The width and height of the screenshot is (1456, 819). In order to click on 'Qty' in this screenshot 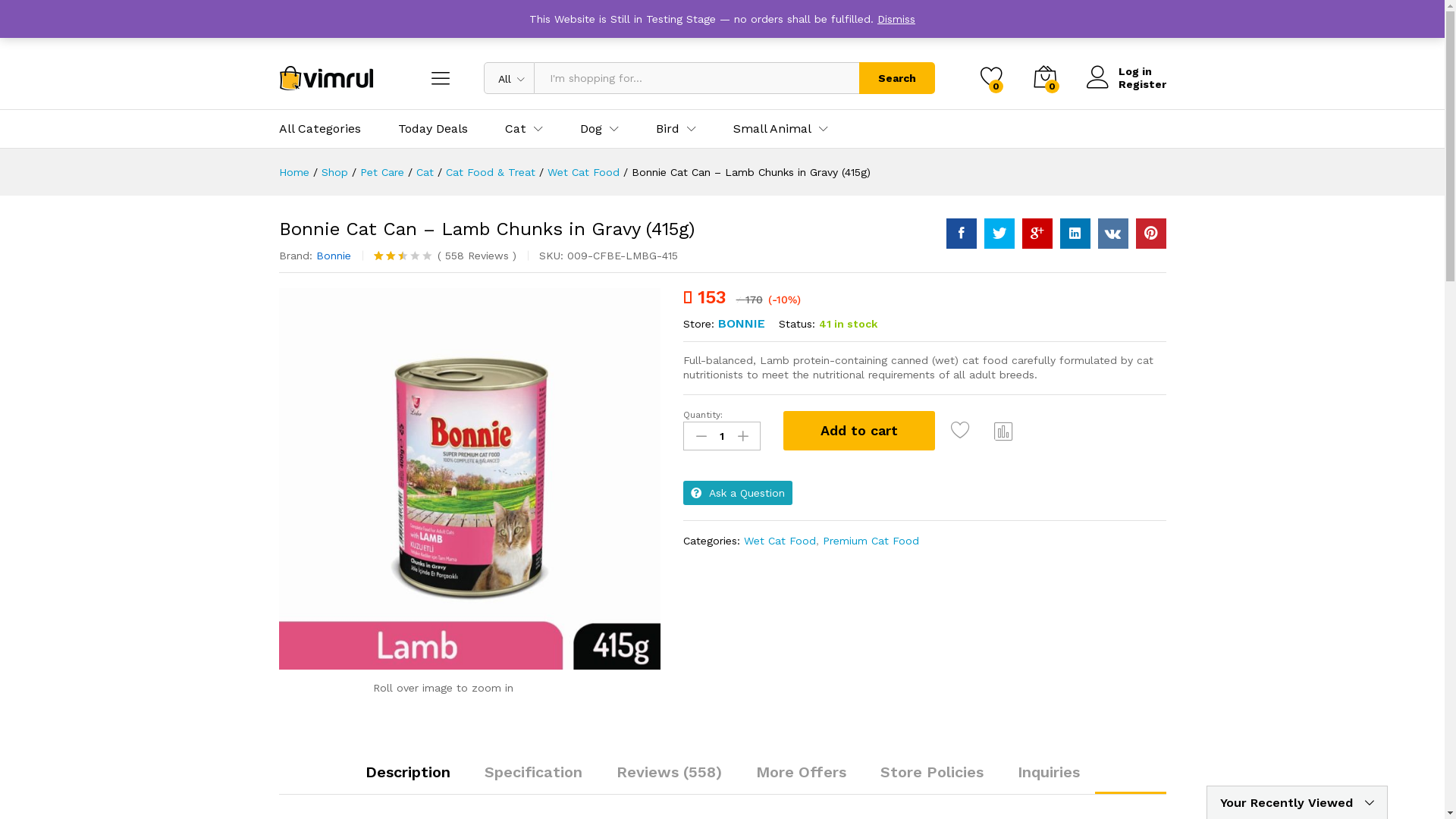, I will do `click(720, 435)`.